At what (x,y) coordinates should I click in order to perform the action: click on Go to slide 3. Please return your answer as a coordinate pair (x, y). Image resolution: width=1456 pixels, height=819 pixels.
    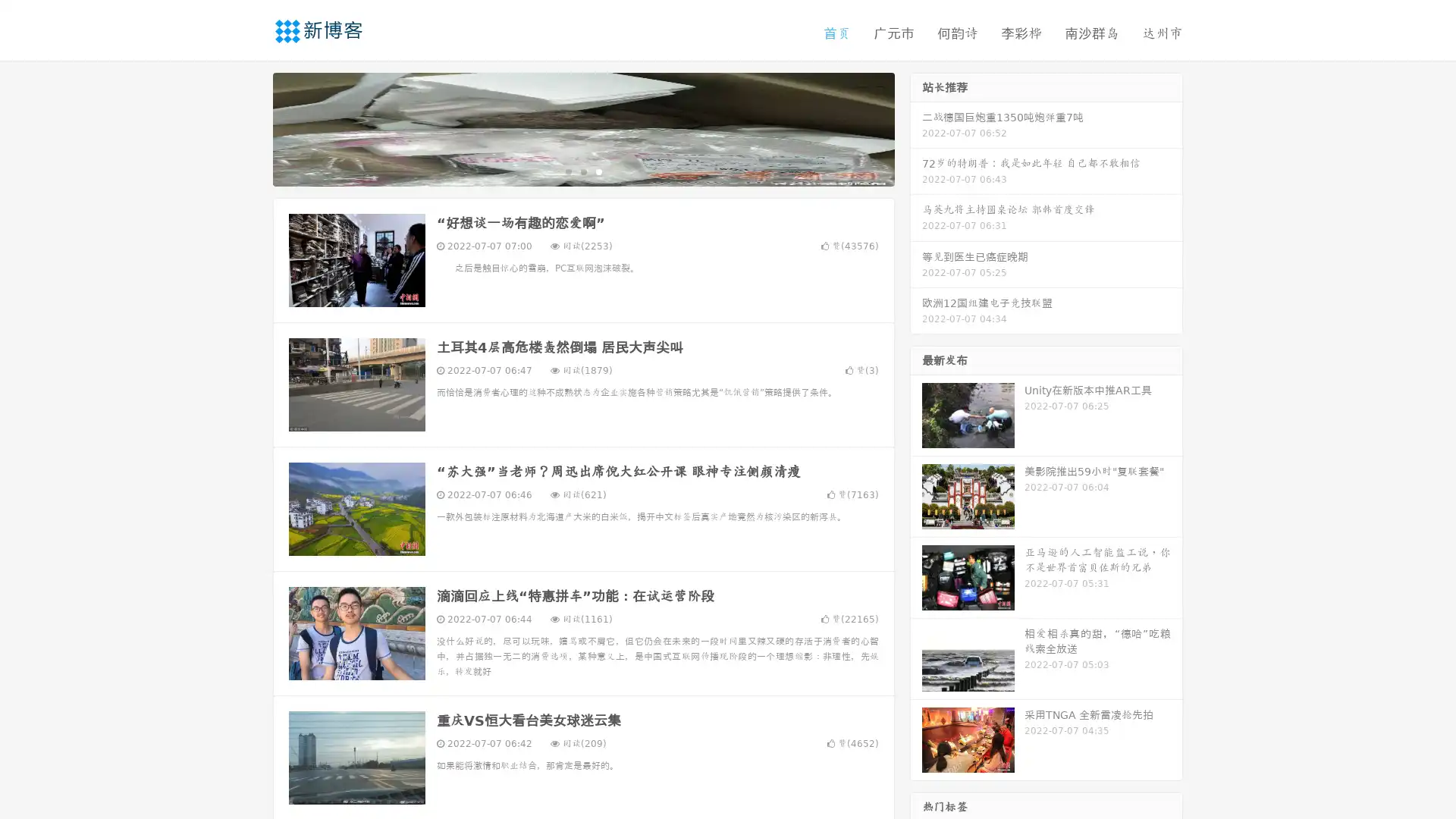
    Looking at the image, I should click on (598, 171).